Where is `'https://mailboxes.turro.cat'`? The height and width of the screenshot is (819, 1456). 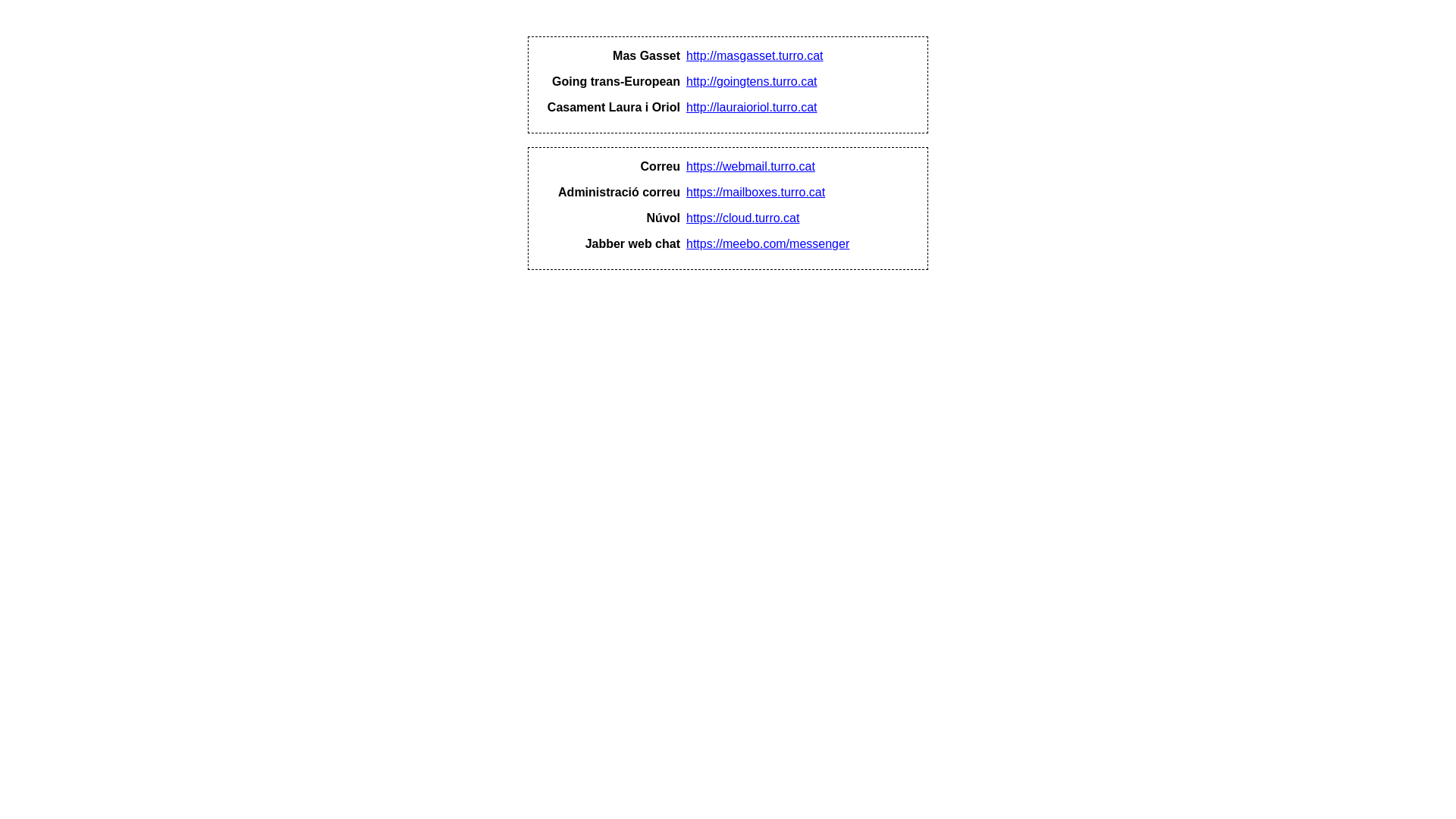
'https://mailboxes.turro.cat' is located at coordinates (755, 191).